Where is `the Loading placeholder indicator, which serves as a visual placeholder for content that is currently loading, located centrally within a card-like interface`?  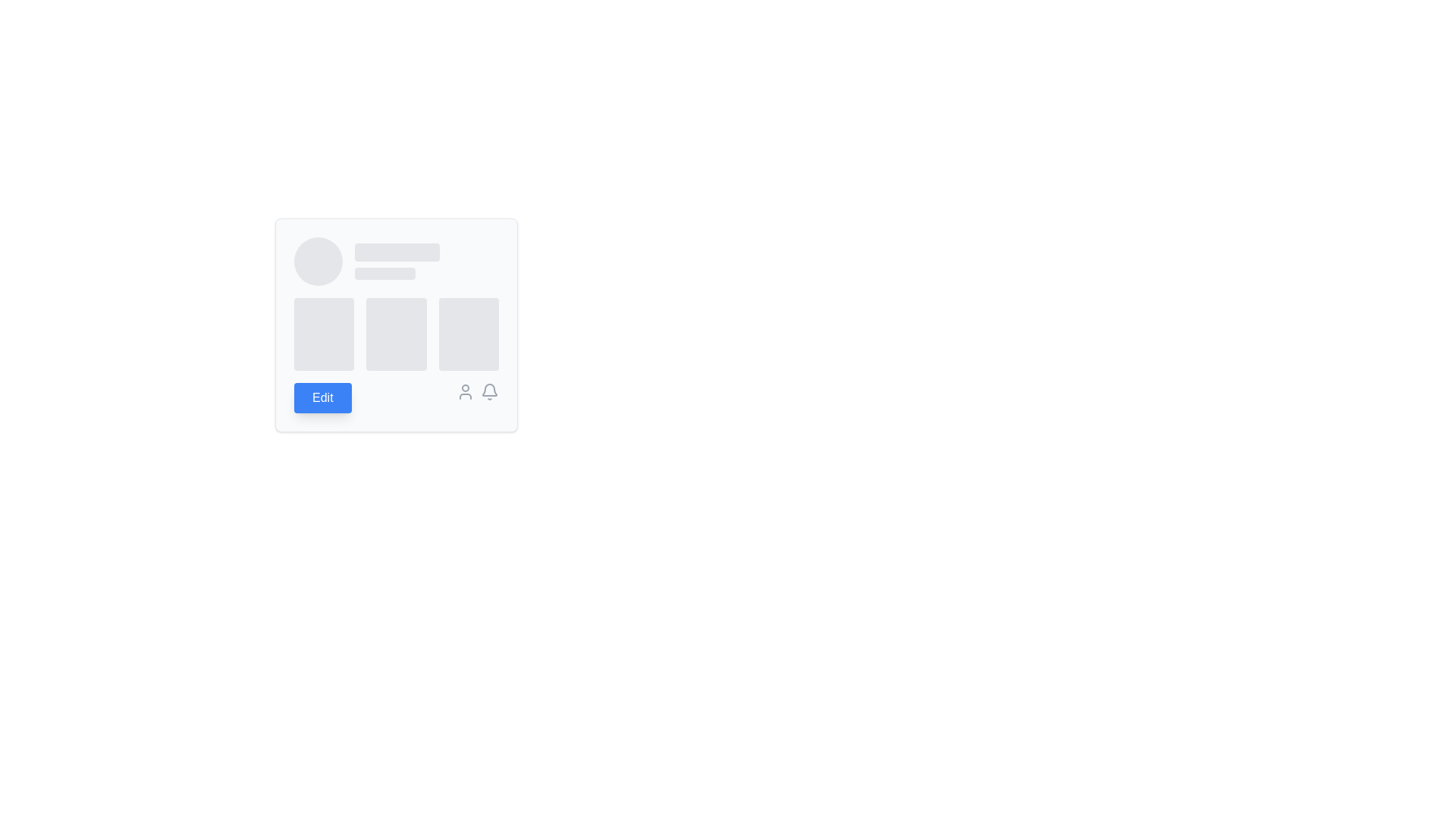
the Loading placeholder indicator, which serves as a visual placeholder for content that is currently loading, located centrally within a card-like interface is located at coordinates (397, 251).